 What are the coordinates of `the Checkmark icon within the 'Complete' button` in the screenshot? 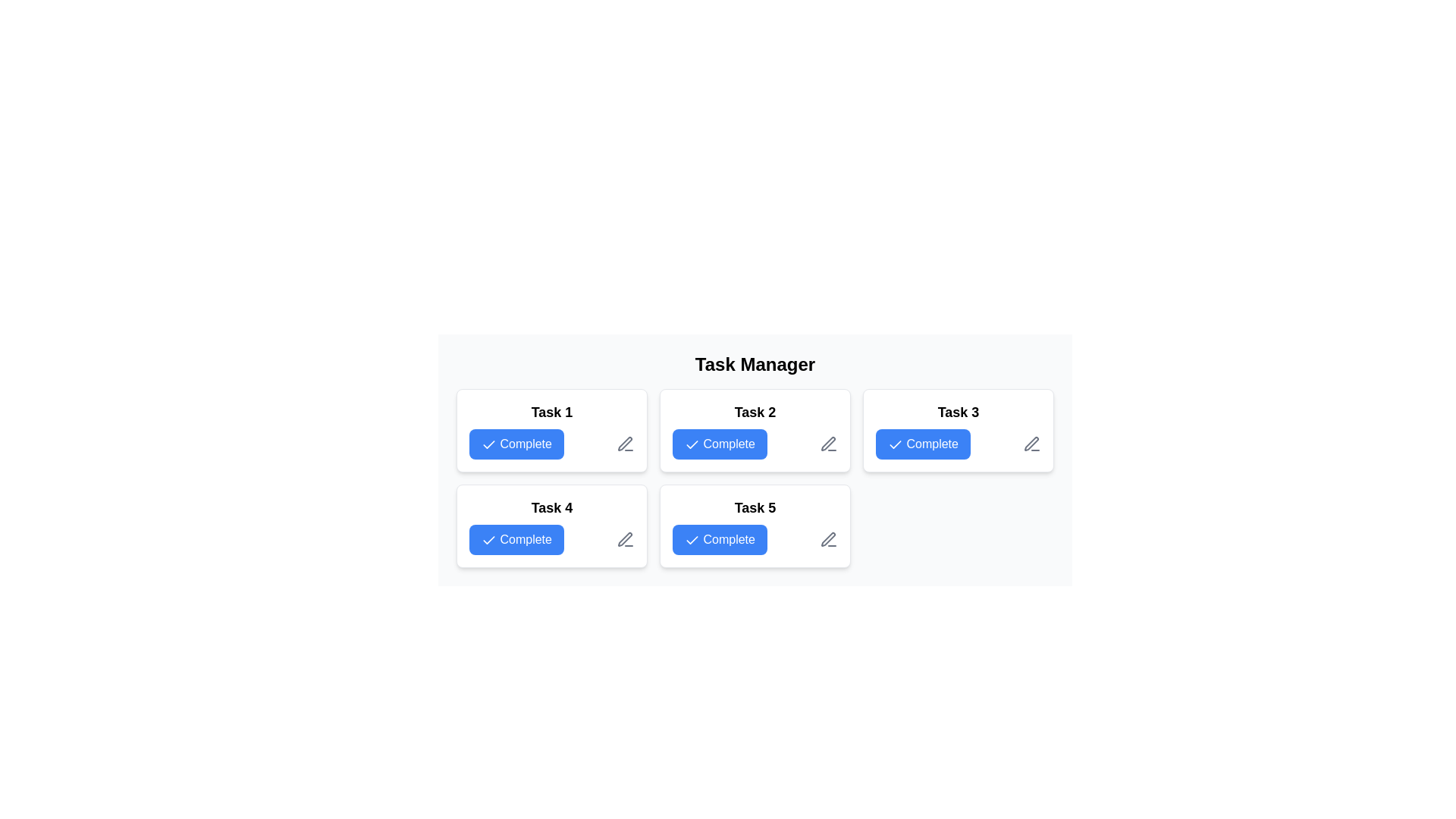 It's located at (691, 444).